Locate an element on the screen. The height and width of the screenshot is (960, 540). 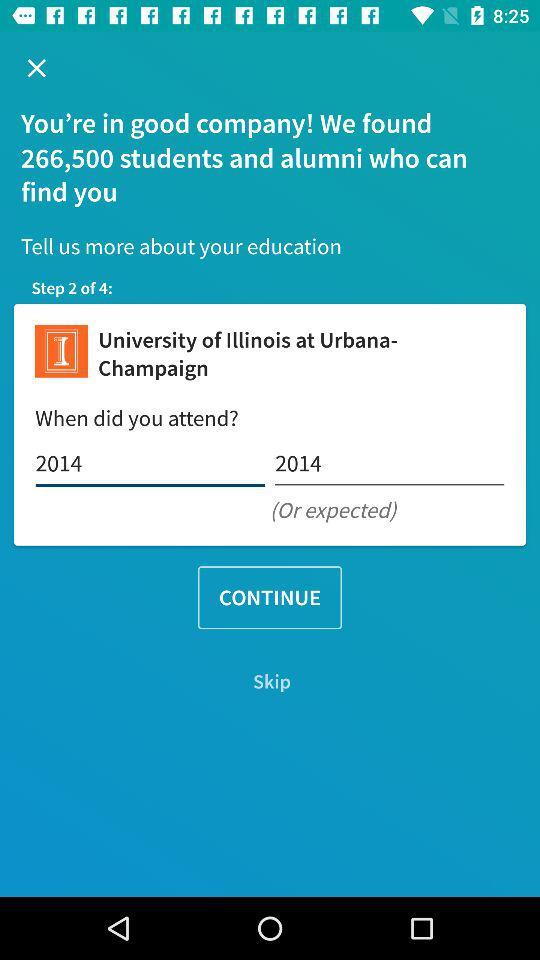
the item above you re in item is located at coordinates (36, 68).